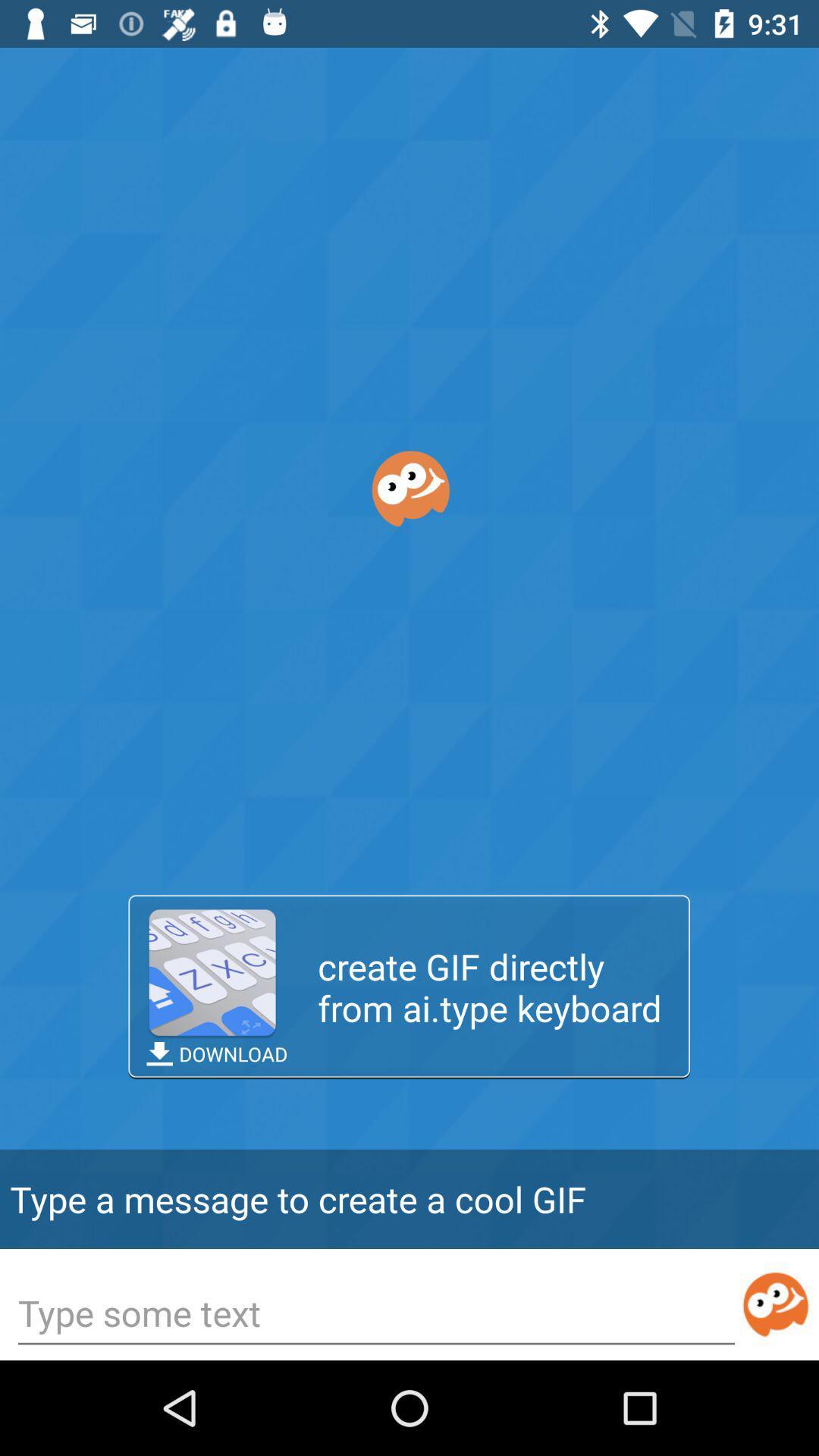 The width and height of the screenshot is (819, 1456). What do you see at coordinates (775, 1304) in the screenshot?
I see `the emoji icon` at bounding box center [775, 1304].